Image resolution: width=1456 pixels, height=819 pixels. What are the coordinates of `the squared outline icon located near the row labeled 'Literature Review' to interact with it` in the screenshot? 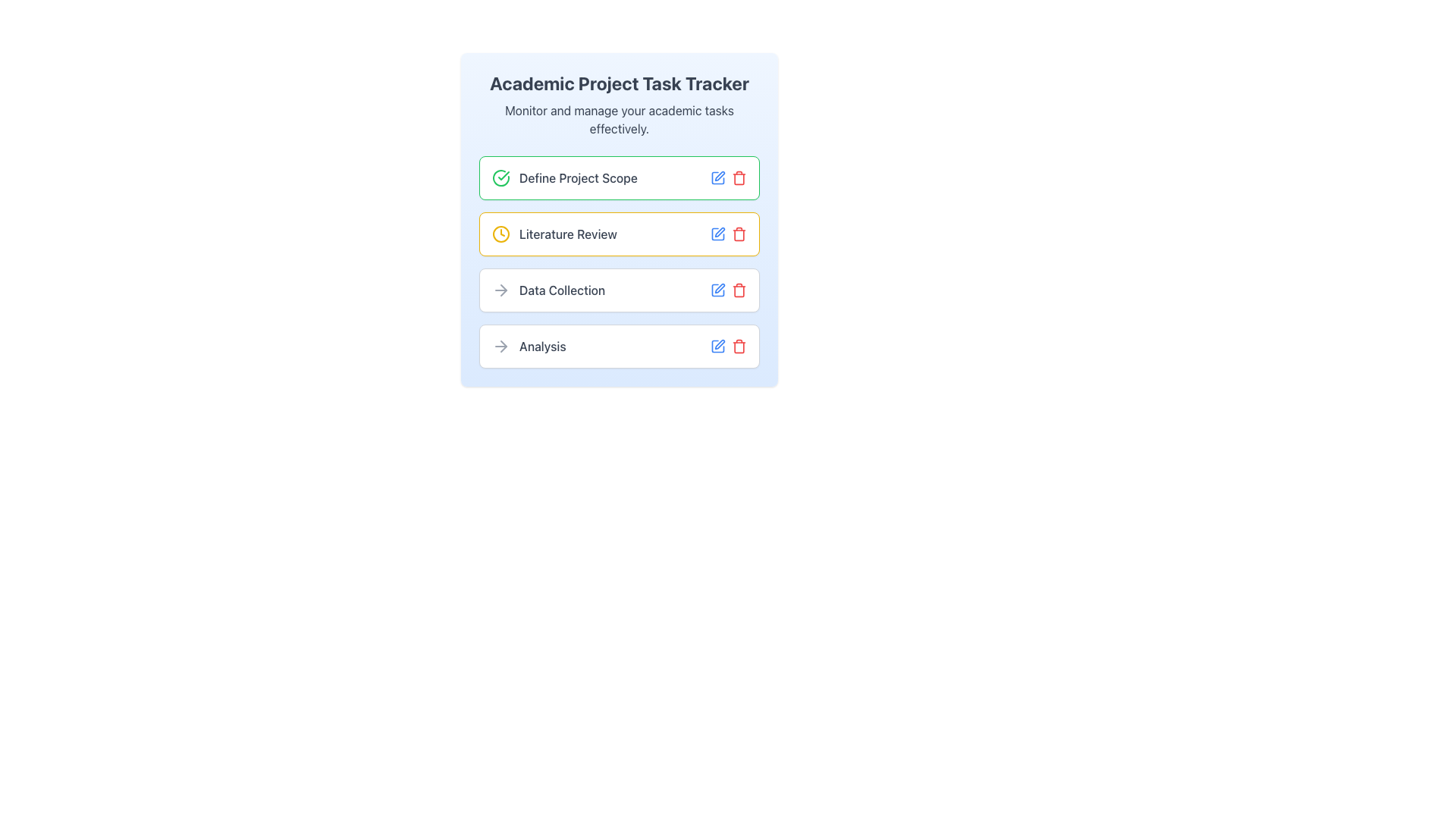 It's located at (717, 234).